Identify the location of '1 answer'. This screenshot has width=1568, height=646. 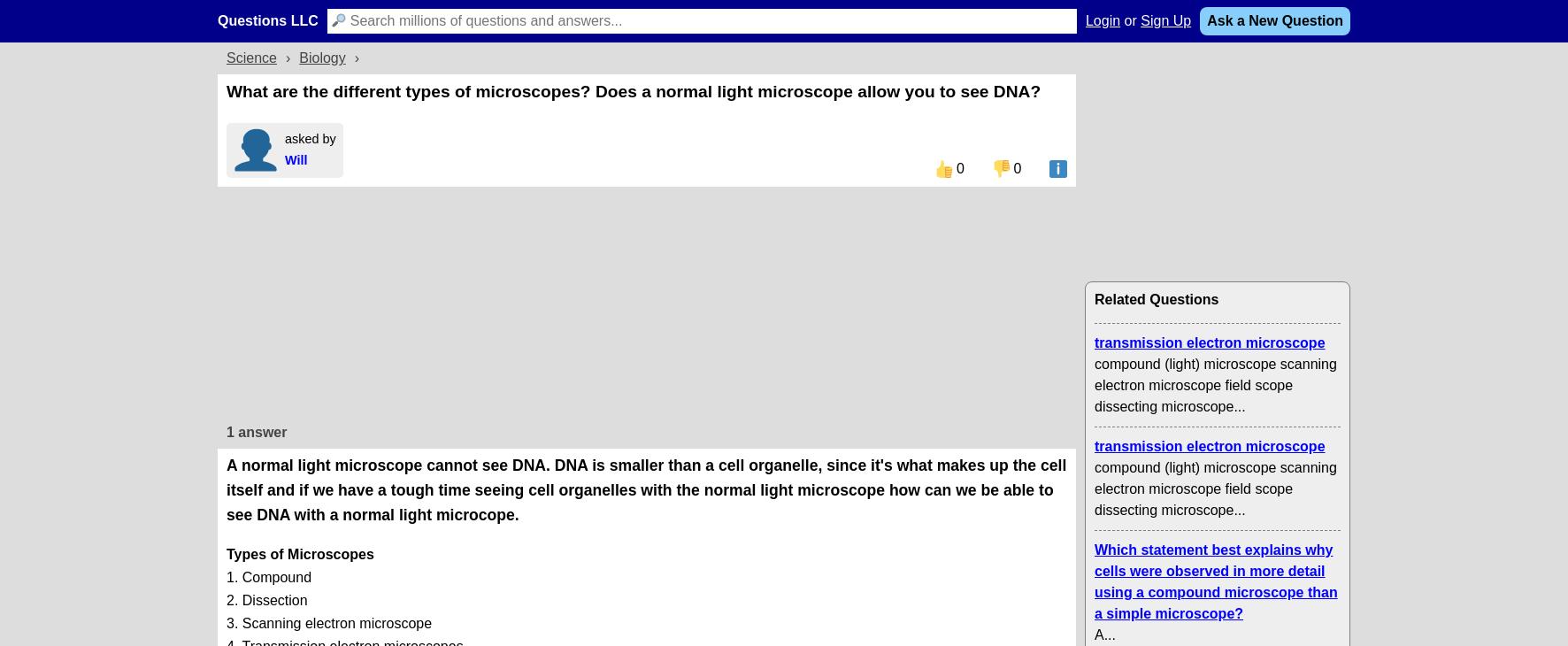
(226, 430).